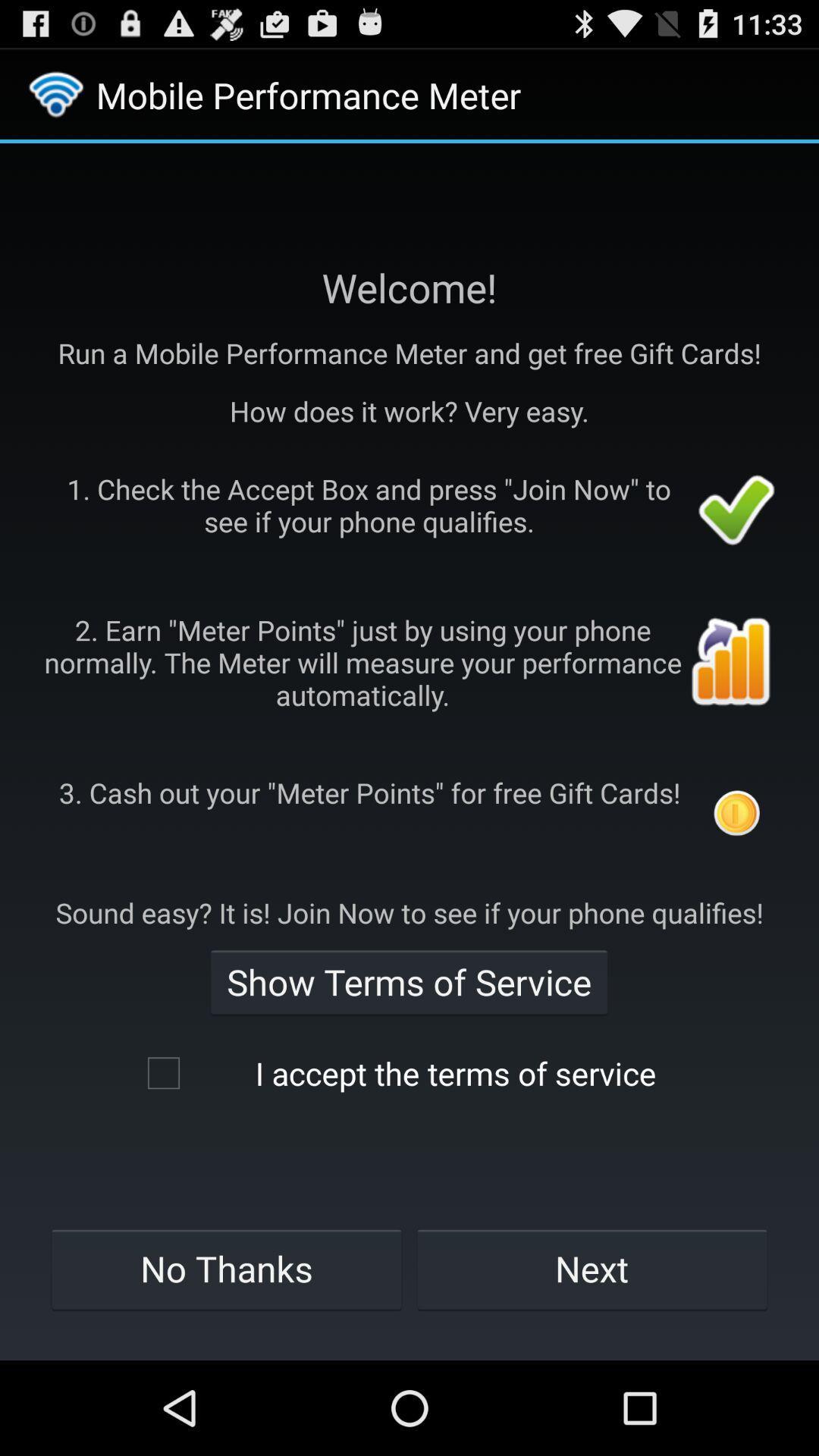  Describe the element at coordinates (591, 1269) in the screenshot. I see `next item` at that location.